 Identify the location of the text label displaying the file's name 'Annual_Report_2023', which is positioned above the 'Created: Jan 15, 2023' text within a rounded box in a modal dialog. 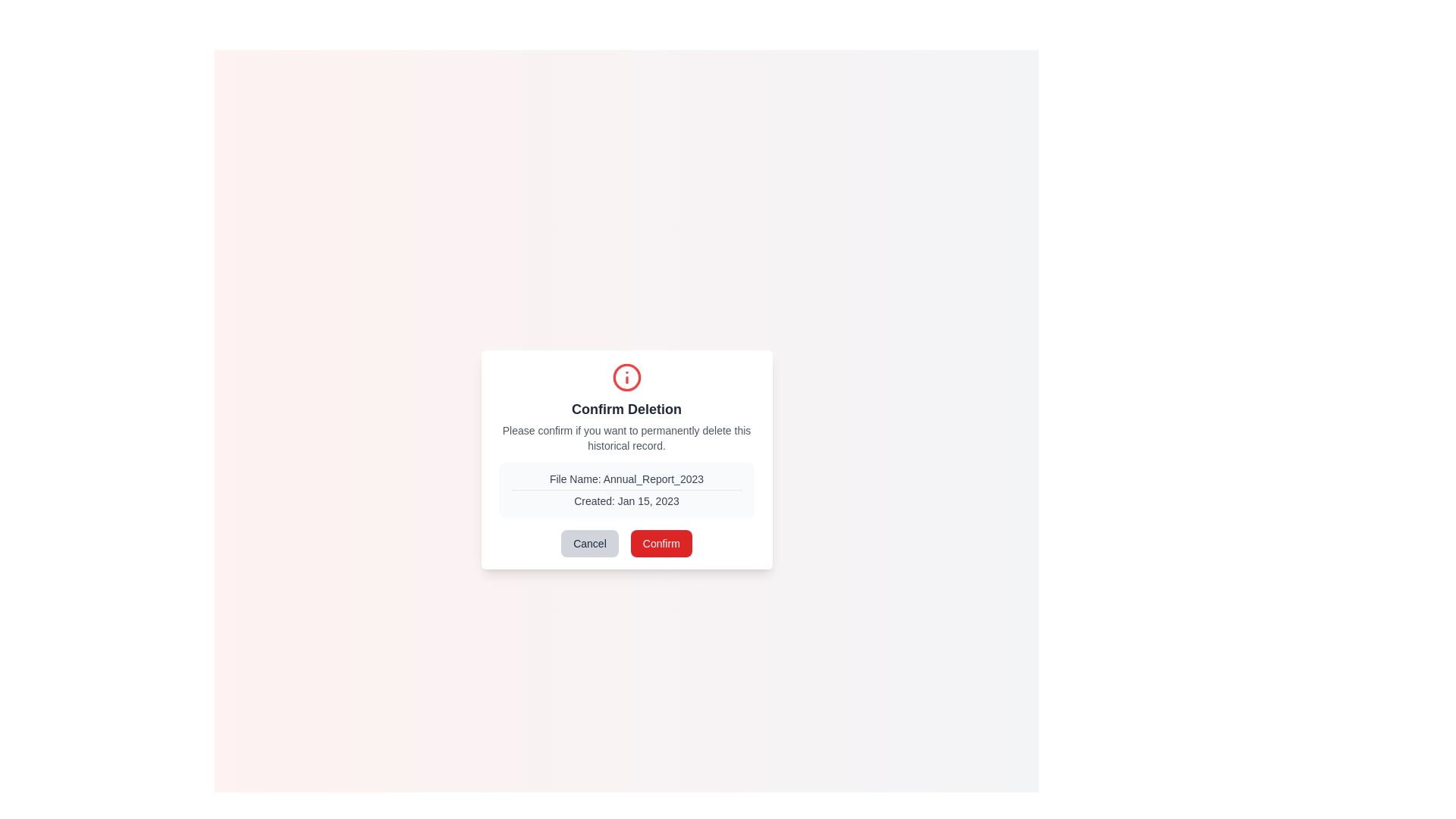
(626, 479).